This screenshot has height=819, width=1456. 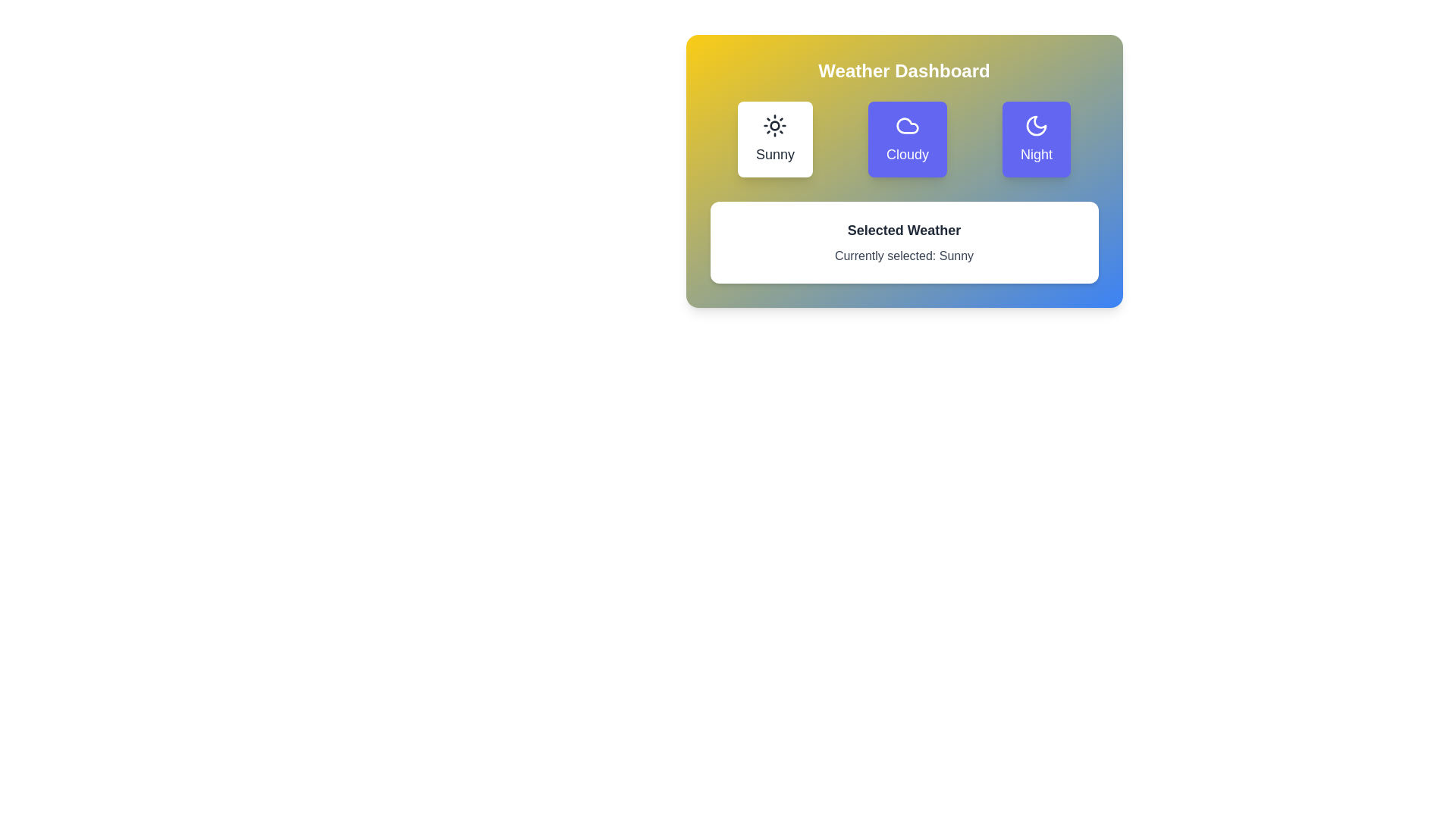 I want to click on the weather condition indicated by the 'Cloudy' text label, which is centrally located within the weather selection interface, so click(x=907, y=155).